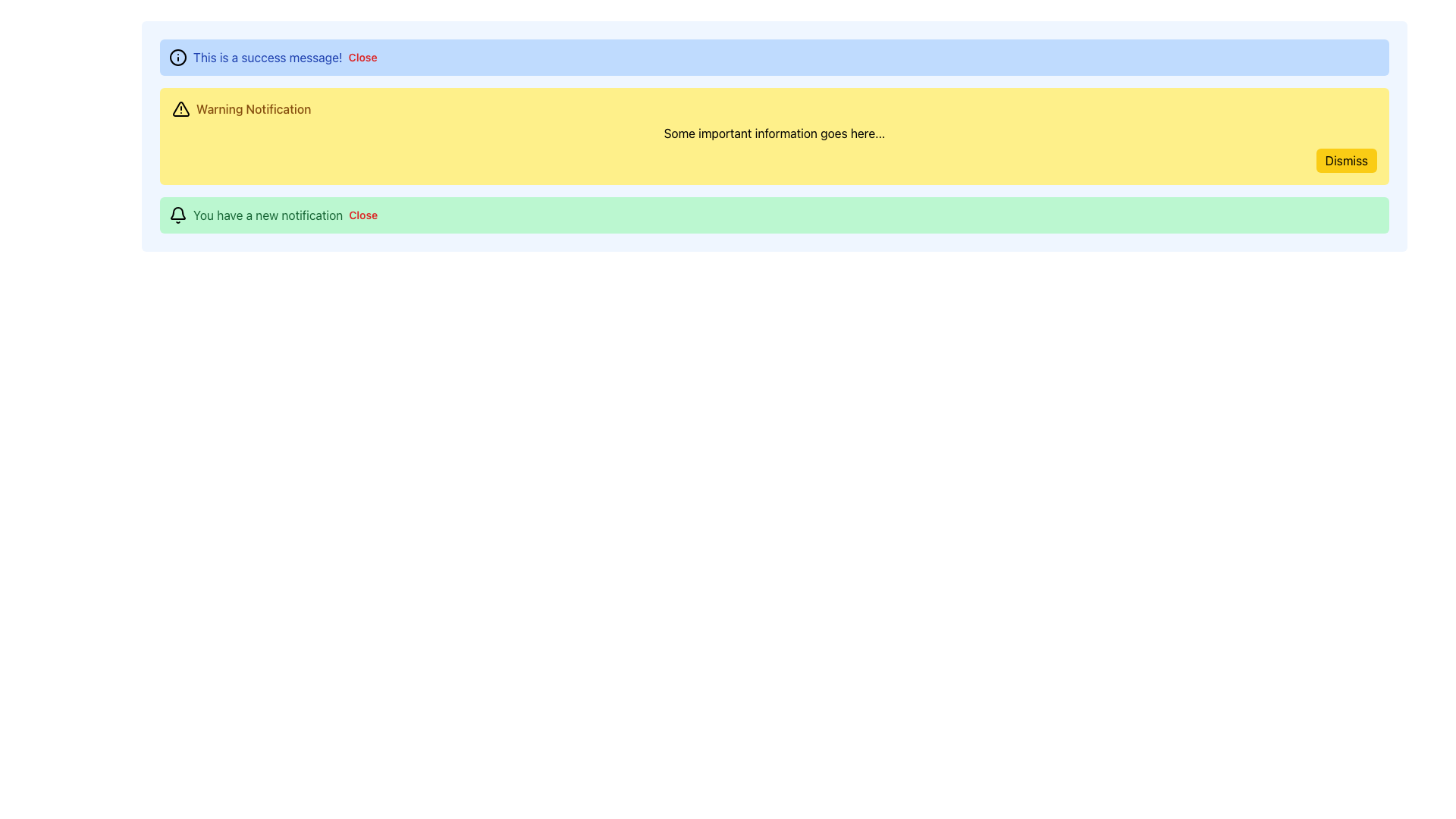 The image size is (1456, 819). I want to click on the design of the information icon located to the left of the text 'This is a success message!' in the notification bar, so click(178, 57).